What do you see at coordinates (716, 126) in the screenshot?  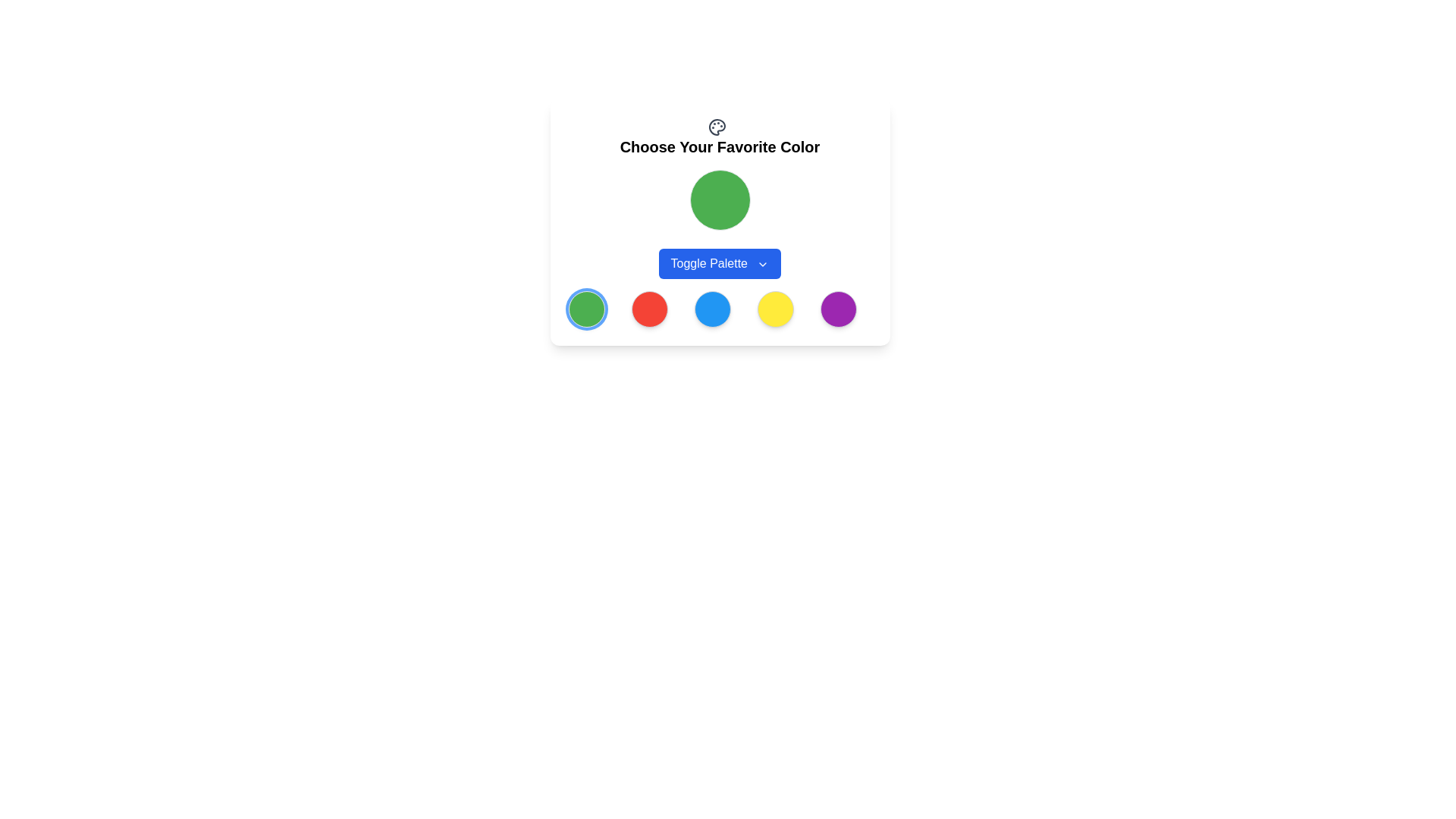 I see `the painter's palette icon that signifies color-related features, located above the 'Choose Your Favorite Color' text` at bounding box center [716, 126].